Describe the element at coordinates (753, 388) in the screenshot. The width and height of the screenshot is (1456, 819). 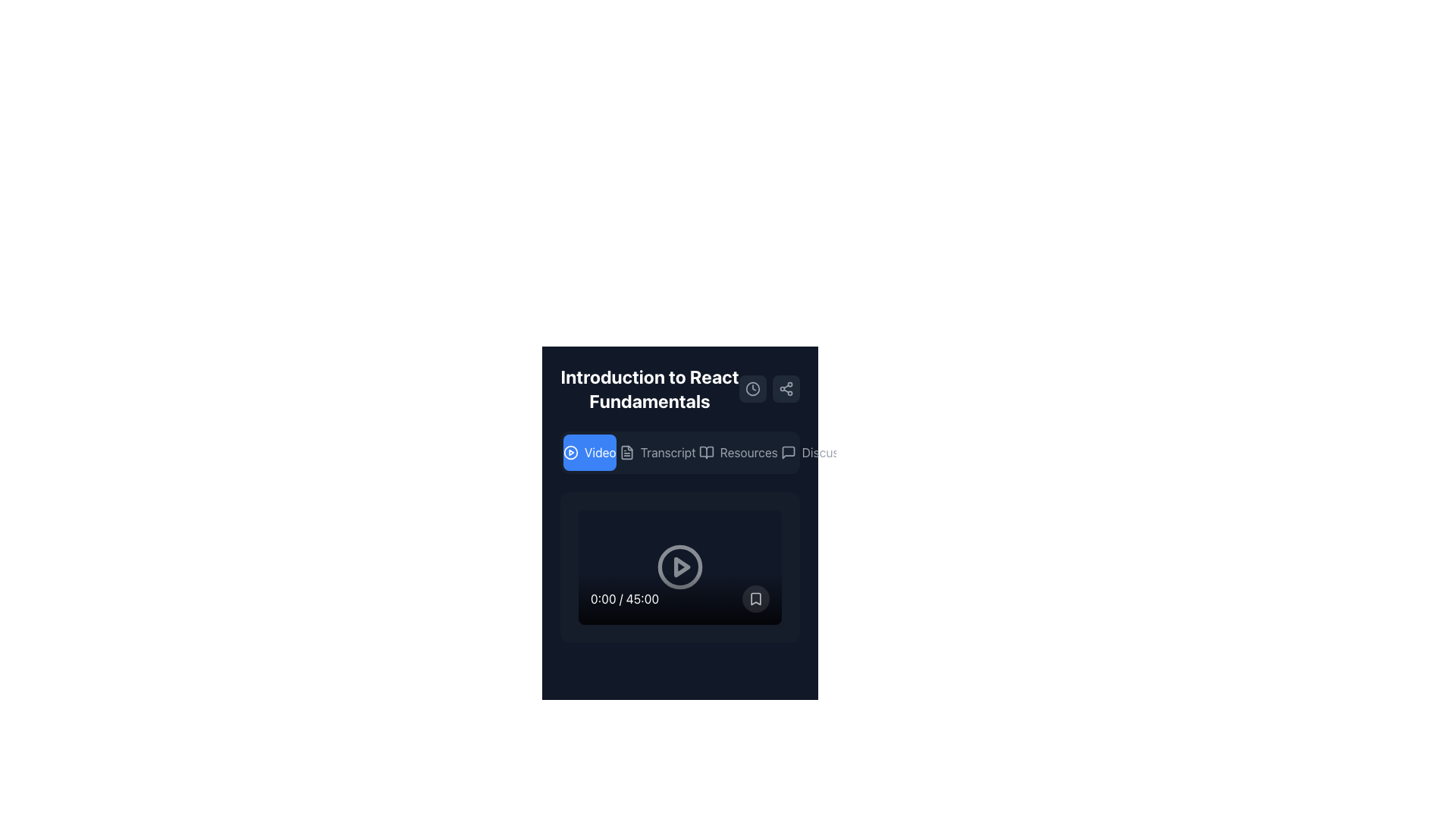
I see `the circular button with a clock icon located in the top-right section of the card layout, just to the right of the title text 'Introduction to React Fundamentals'` at that location.